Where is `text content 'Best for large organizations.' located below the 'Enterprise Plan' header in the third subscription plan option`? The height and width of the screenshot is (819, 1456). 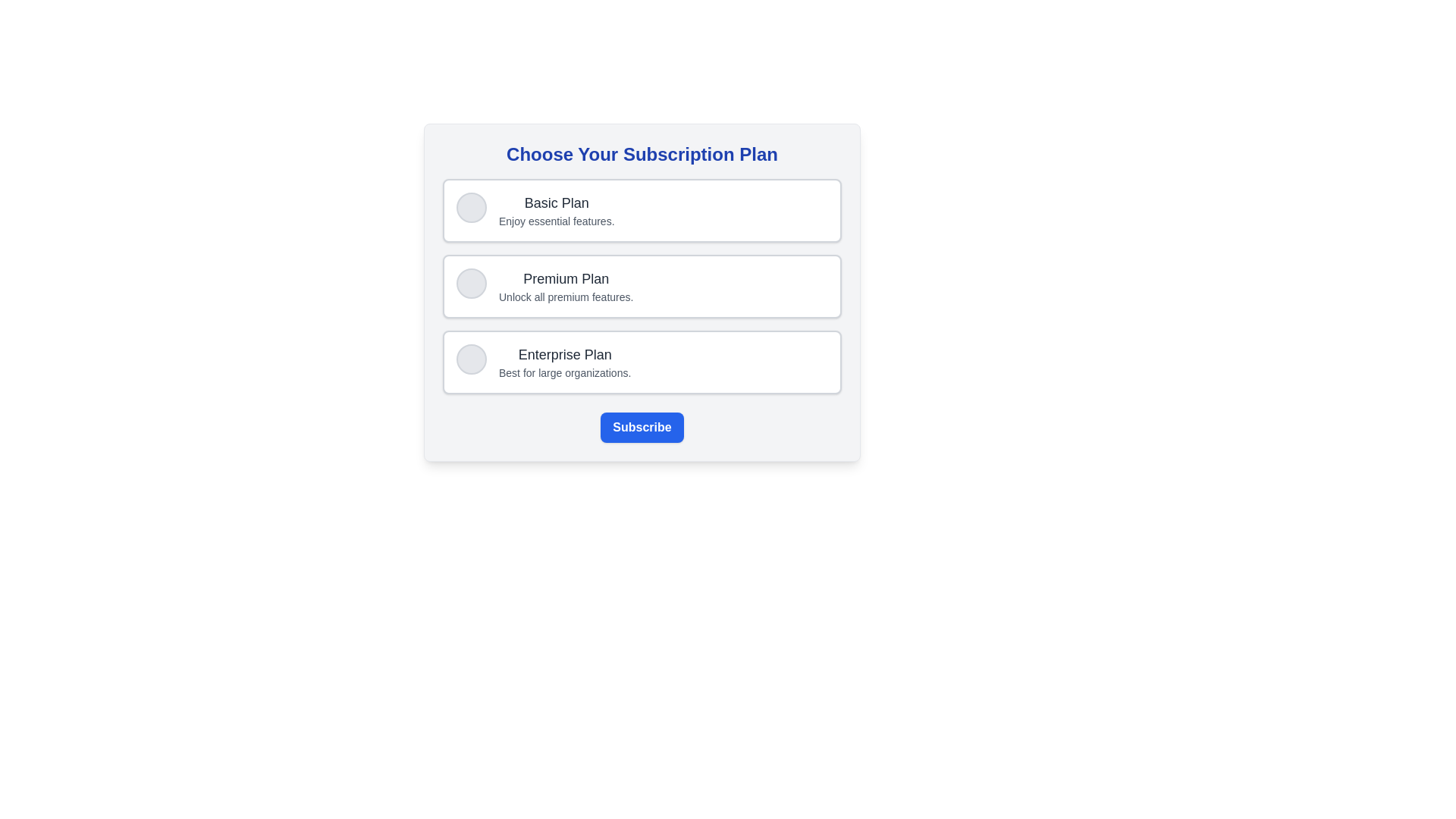
text content 'Best for large organizations.' located below the 'Enterprise Plan' header in the third subscription plan option is located at coordinates (564, 373).